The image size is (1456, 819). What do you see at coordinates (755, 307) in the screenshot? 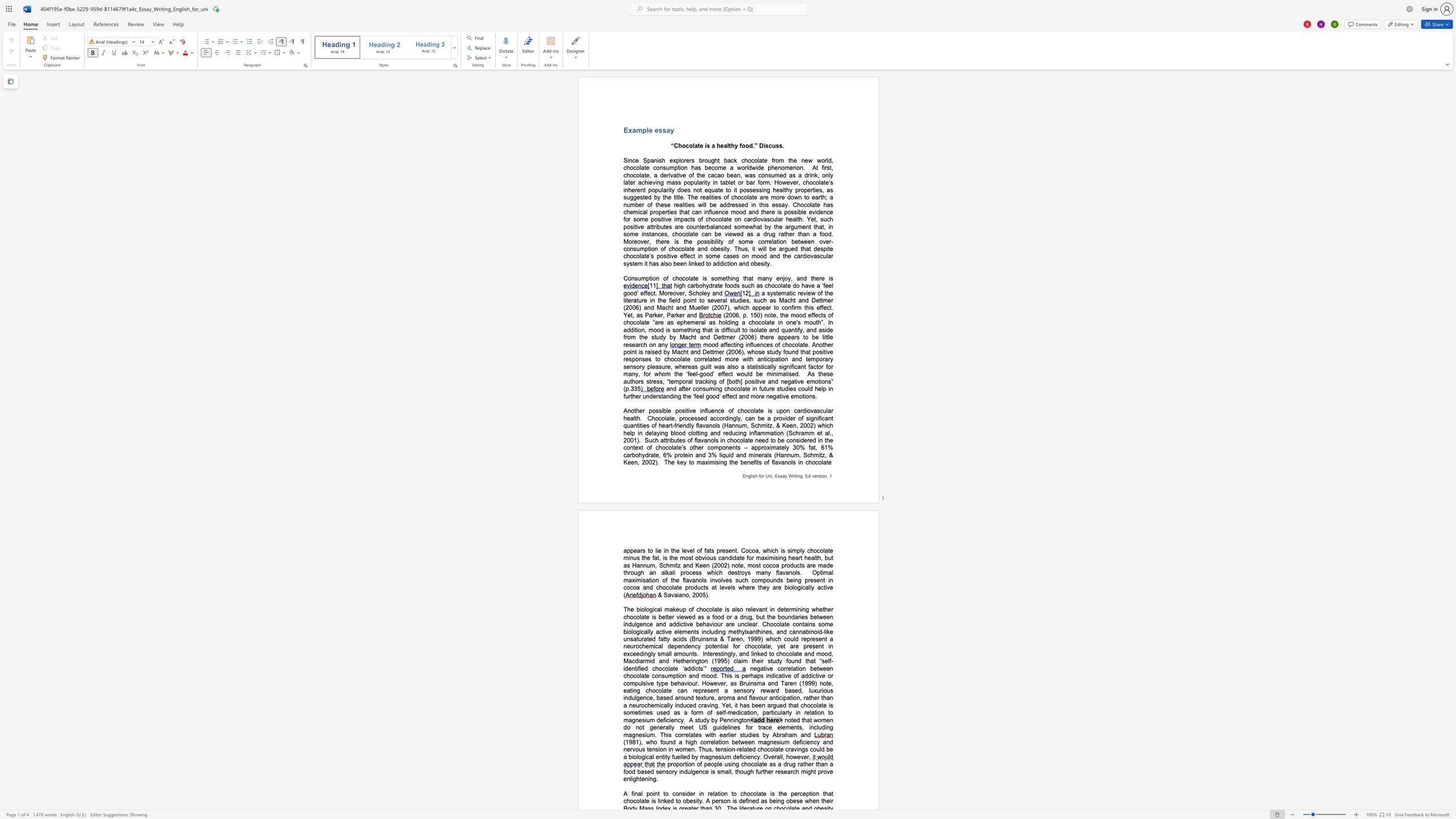
I see `the subset text "ppear to confirm" within the text "appear to confirm"` at bounding box center [755, 307].